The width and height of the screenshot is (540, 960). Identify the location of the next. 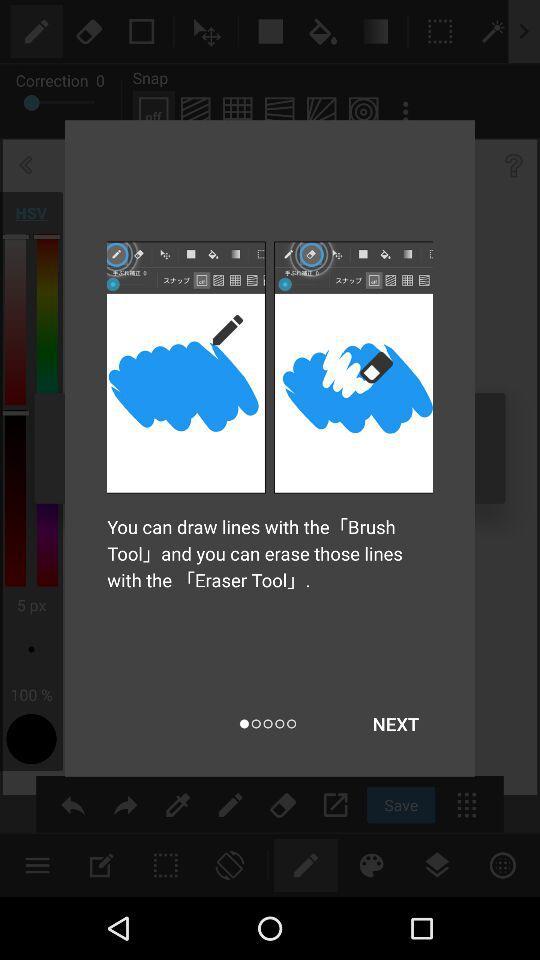
(395, 723).